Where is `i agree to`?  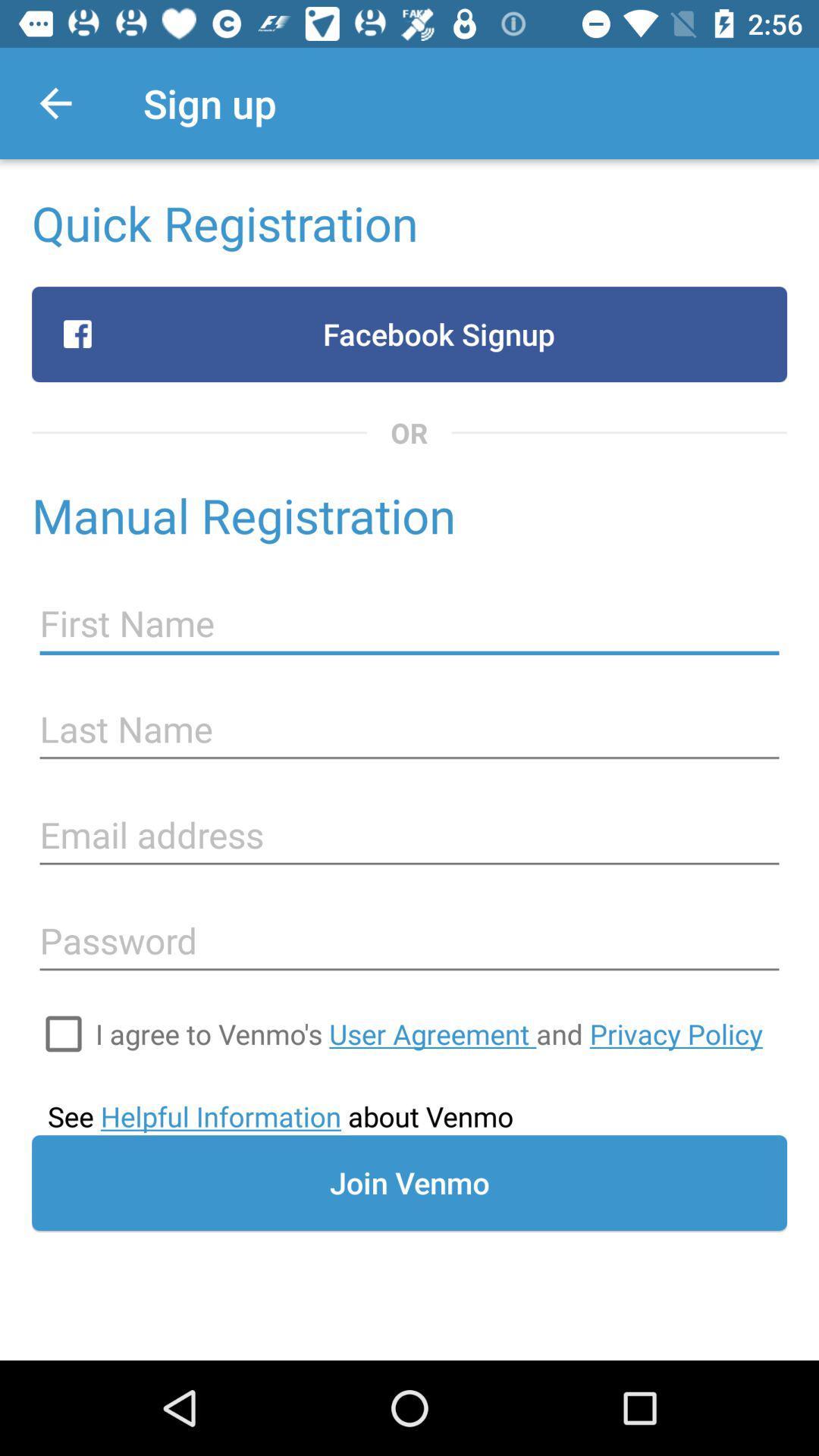 i agree to is located at coordinates (428, 1033).